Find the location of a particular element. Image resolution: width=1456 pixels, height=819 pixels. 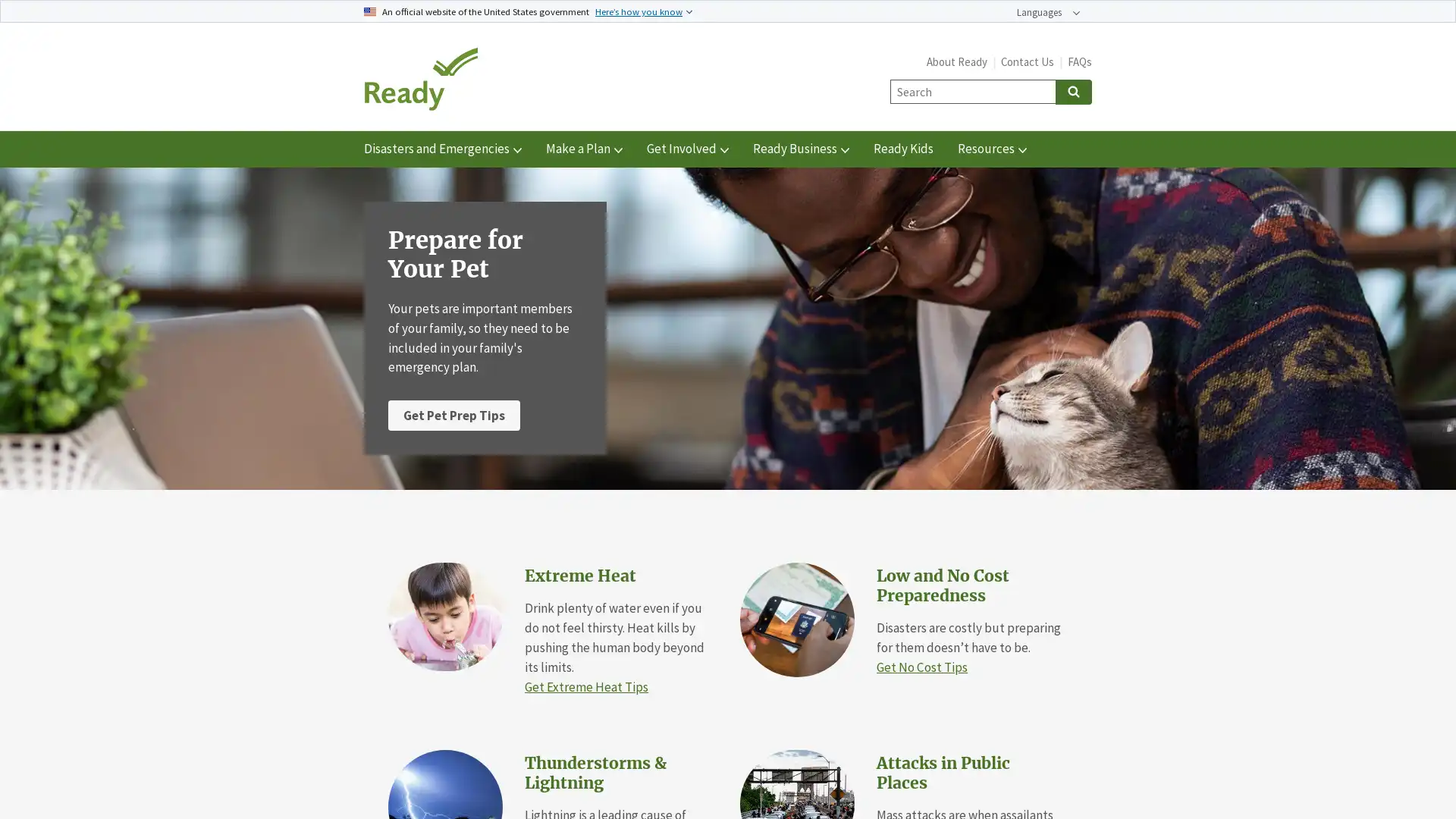

Search is located at coordinates (1073, 91).